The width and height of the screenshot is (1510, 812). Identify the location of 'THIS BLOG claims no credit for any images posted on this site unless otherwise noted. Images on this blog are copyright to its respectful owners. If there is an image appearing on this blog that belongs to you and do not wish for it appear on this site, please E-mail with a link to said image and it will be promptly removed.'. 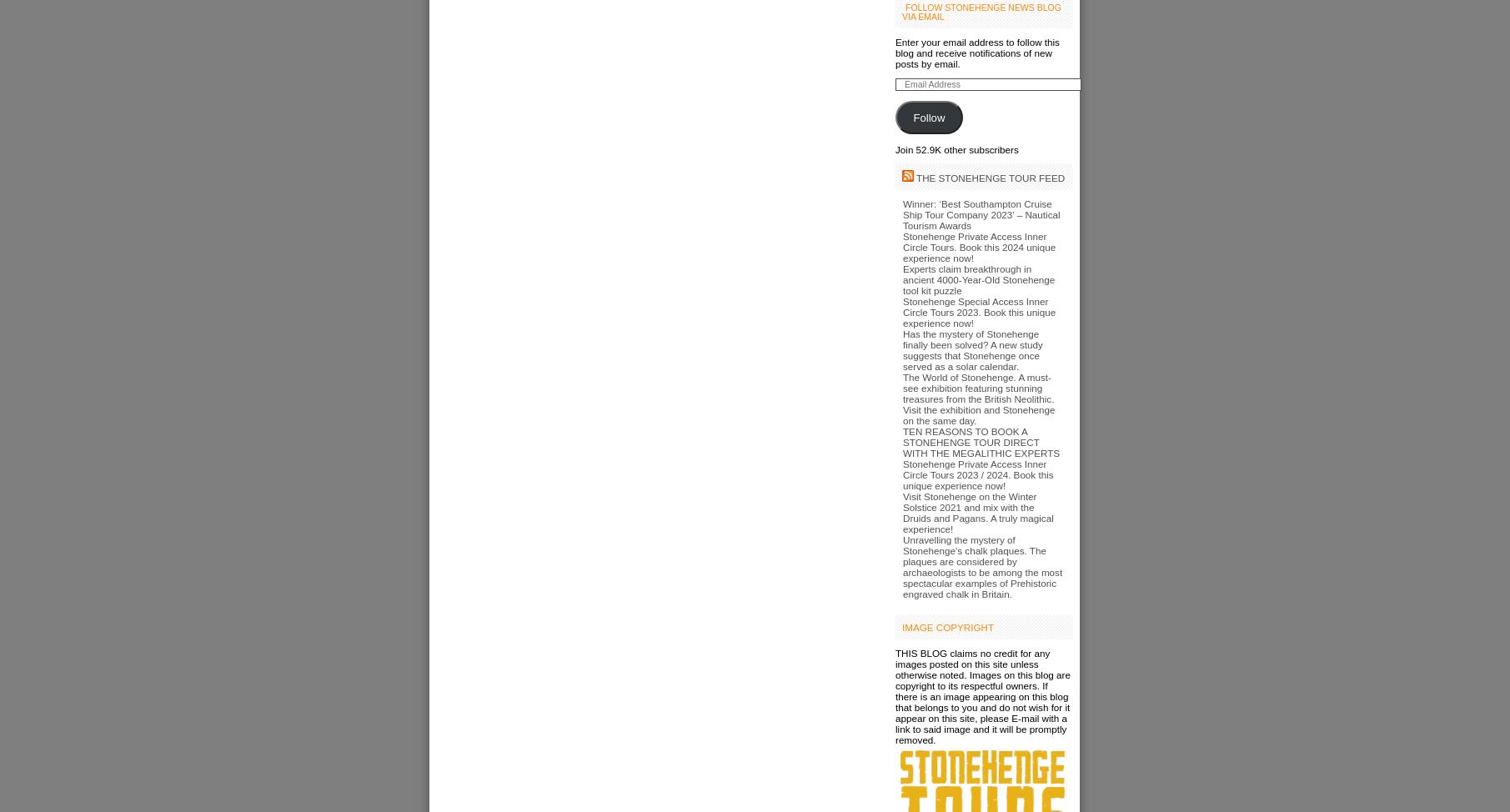
(895, 696).